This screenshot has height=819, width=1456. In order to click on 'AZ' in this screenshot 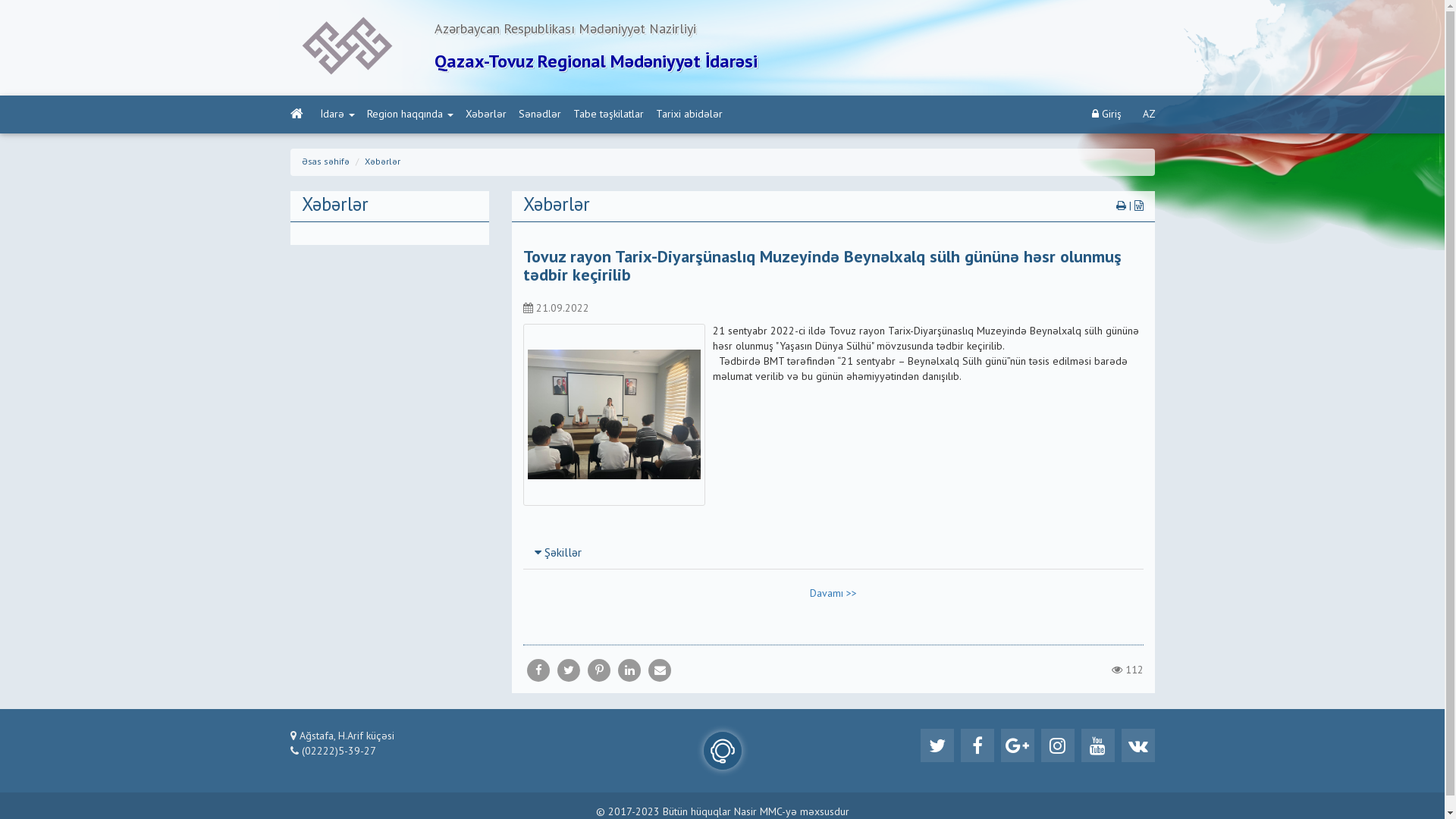, I will do `click(1148, 113)`.